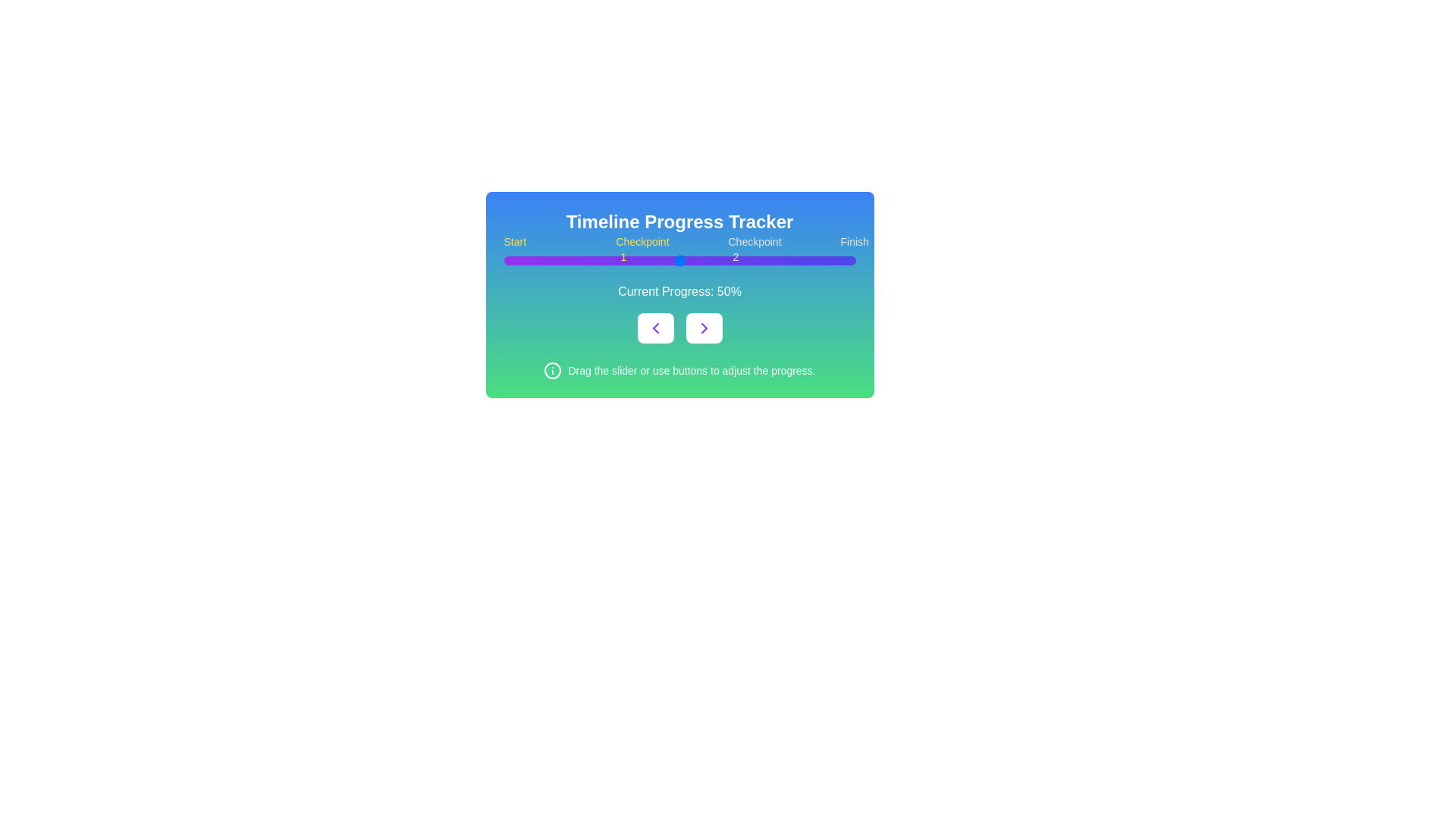  Describe the element at coordinates (729, 259) in the screenshot. I see `the progress` at that location.